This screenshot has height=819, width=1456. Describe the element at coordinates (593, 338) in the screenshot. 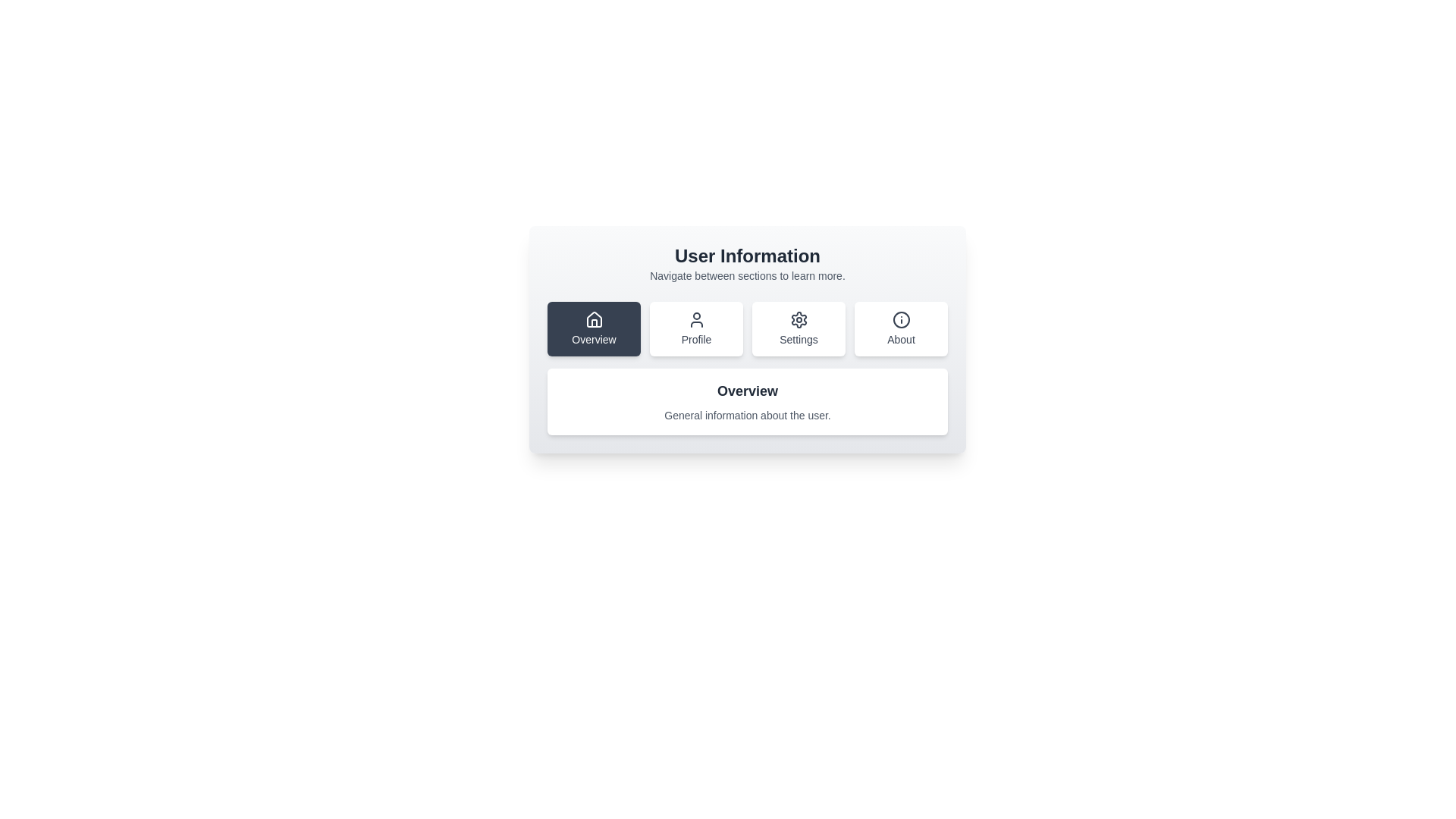

I see `the 'Overview' text label, which serves as a description for the button in the 'User Information' section` at that location.